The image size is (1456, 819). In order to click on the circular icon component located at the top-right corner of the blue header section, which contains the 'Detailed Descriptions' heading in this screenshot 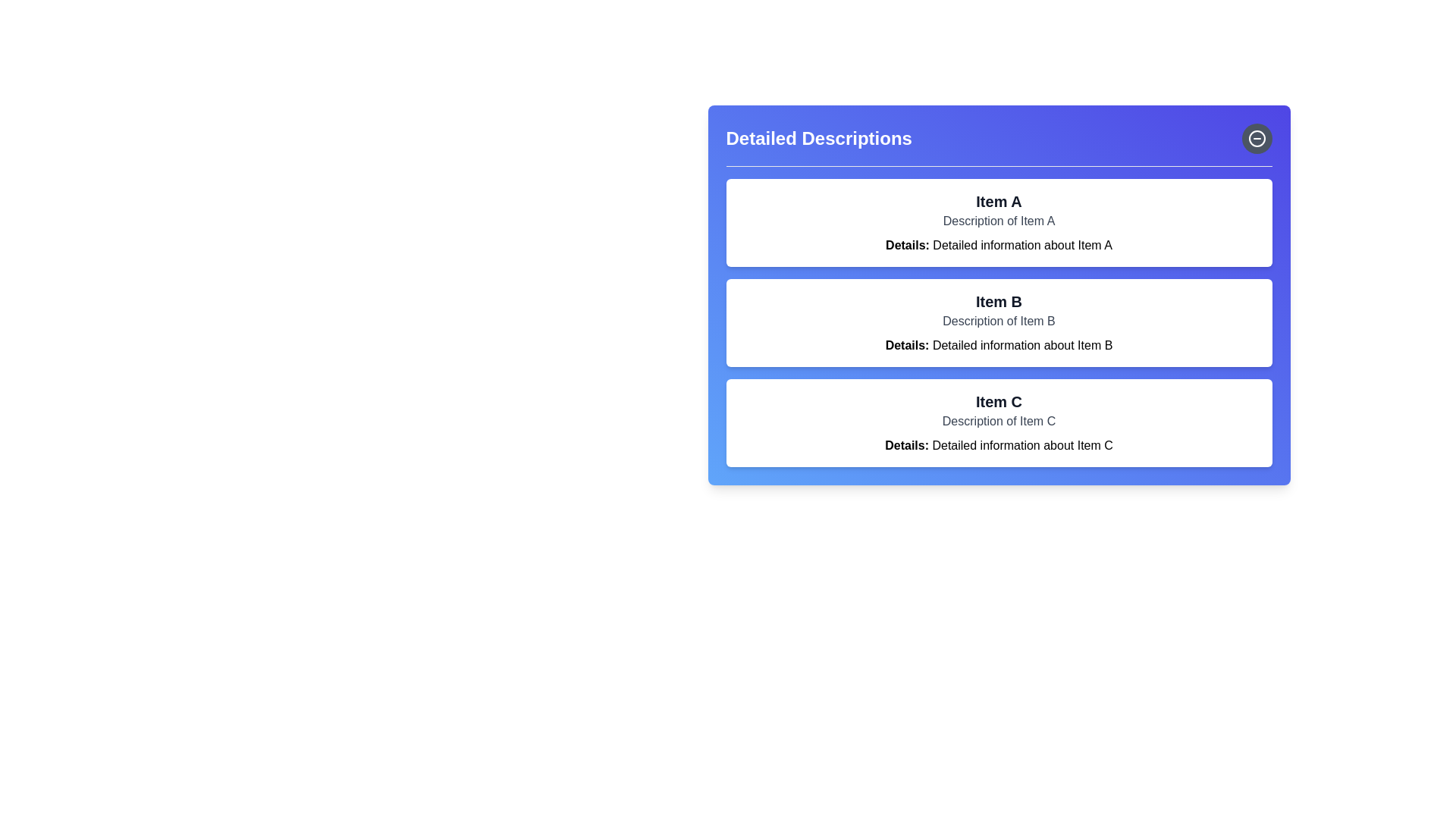, I will do `click(1257, 138)`.